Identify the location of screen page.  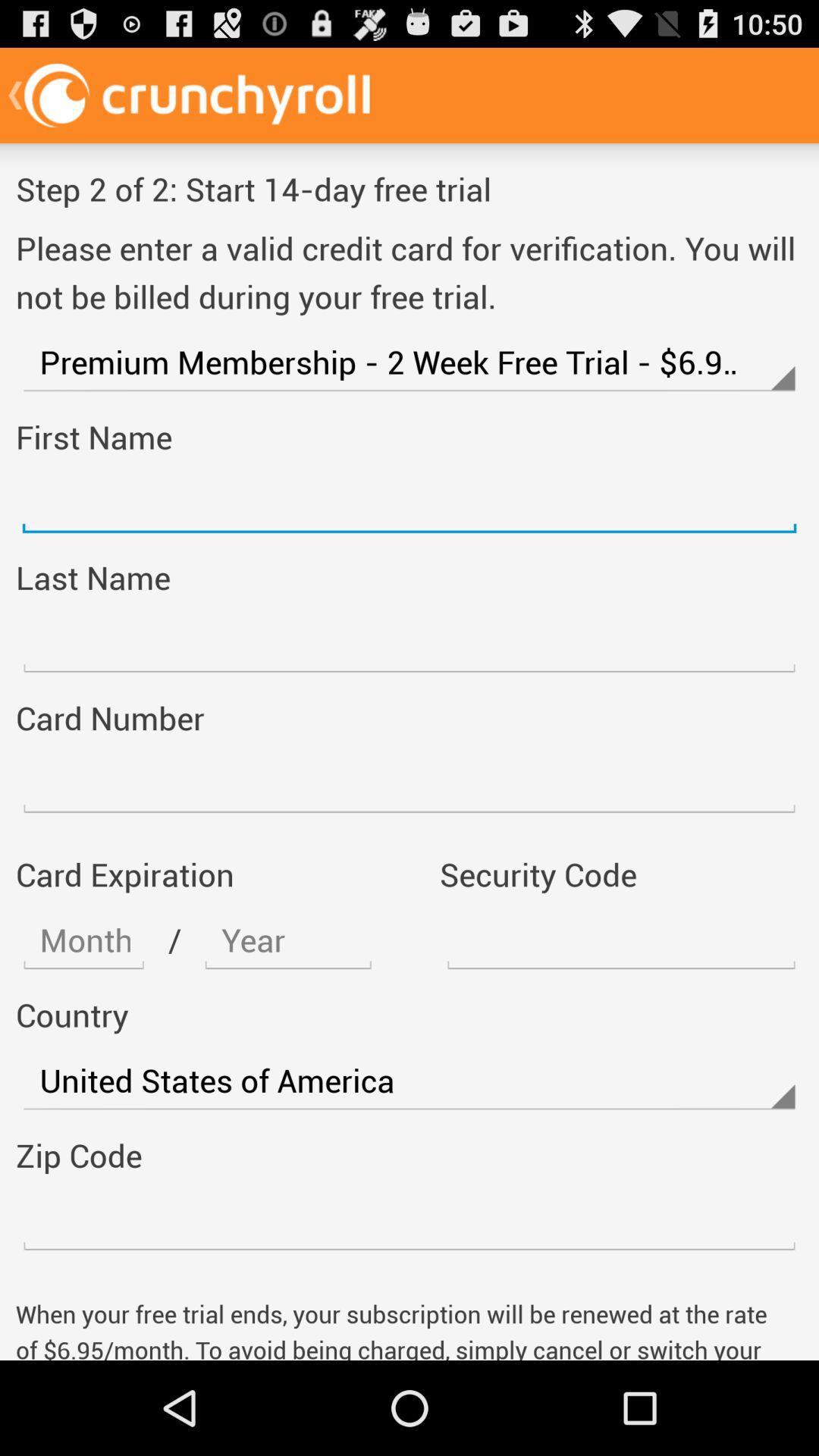
(83, 940).